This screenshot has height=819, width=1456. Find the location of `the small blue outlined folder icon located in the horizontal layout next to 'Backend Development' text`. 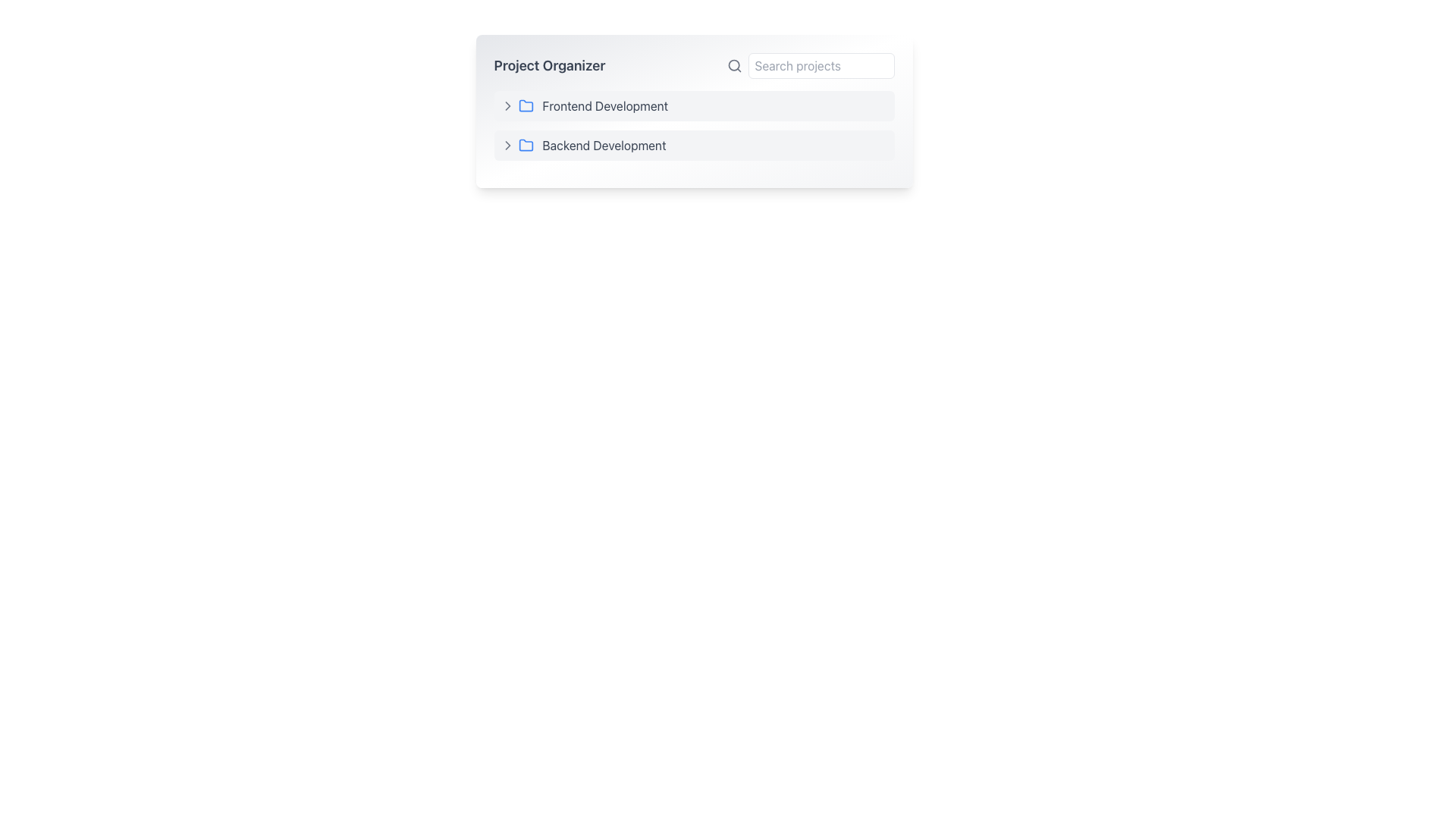

the small blue outlined folder icon located in the horizontal layout next to 'Backend Development' text is located at coordinates (526, 146).